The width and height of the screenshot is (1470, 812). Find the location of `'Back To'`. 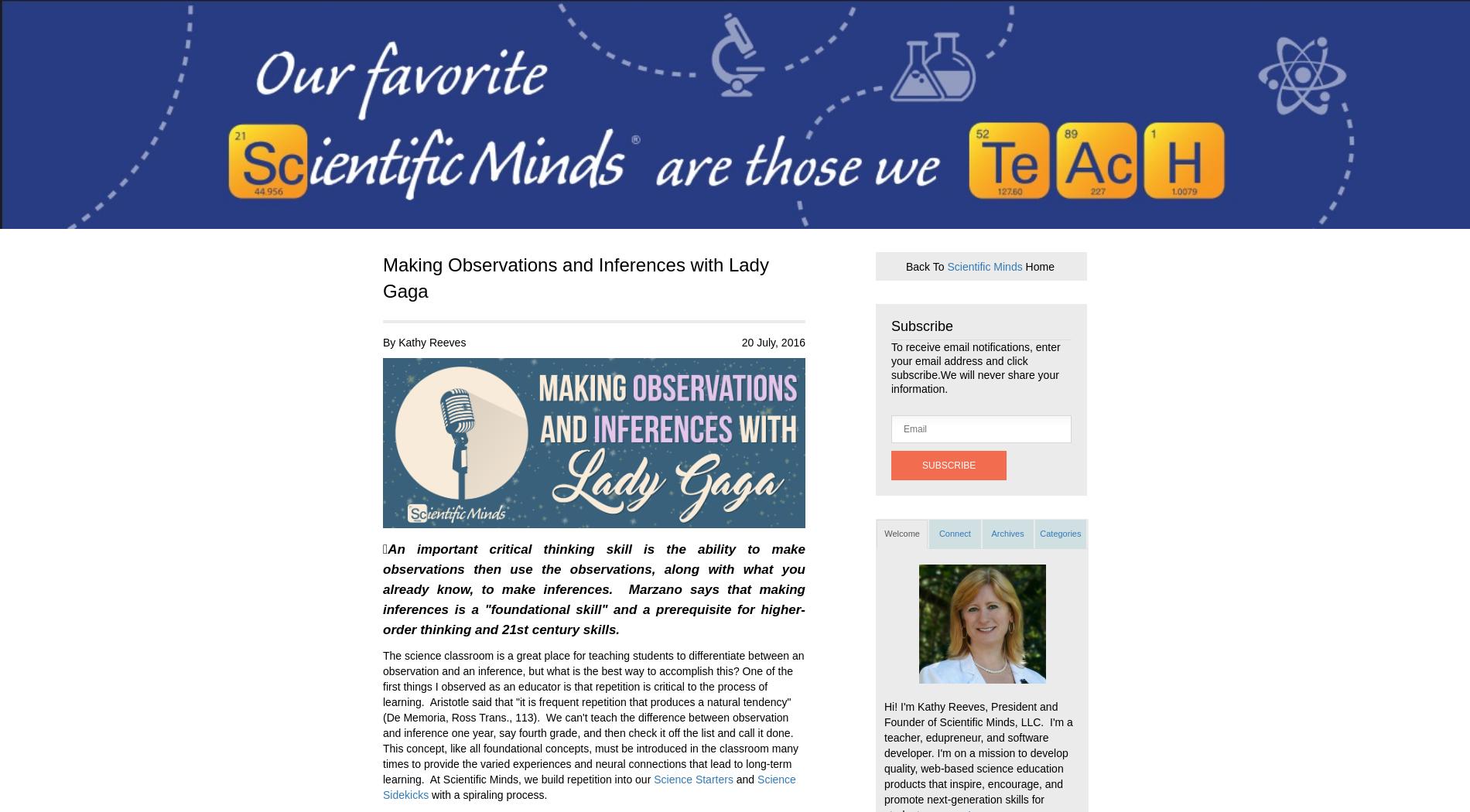

'Back To' is located at coordinates (925, 264).